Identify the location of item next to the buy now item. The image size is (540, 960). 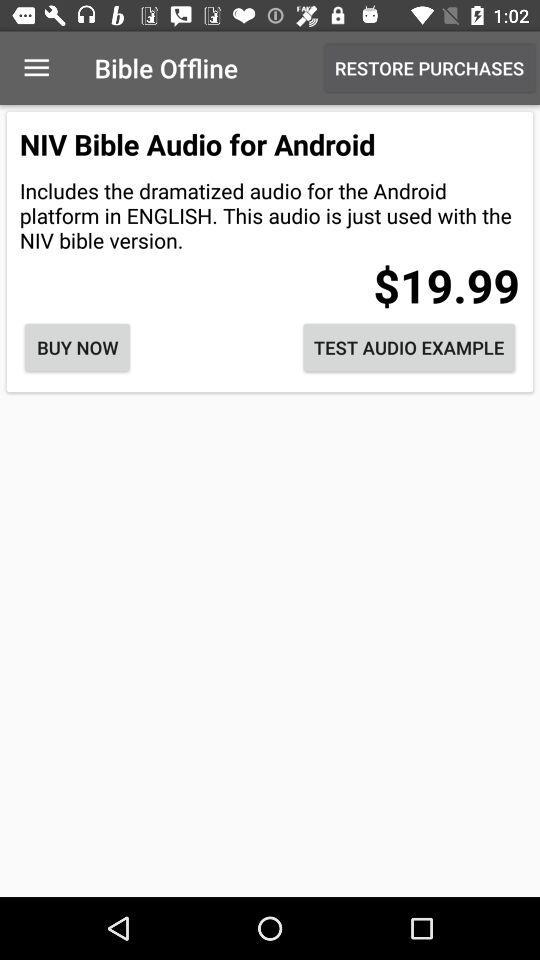
(408, 347).